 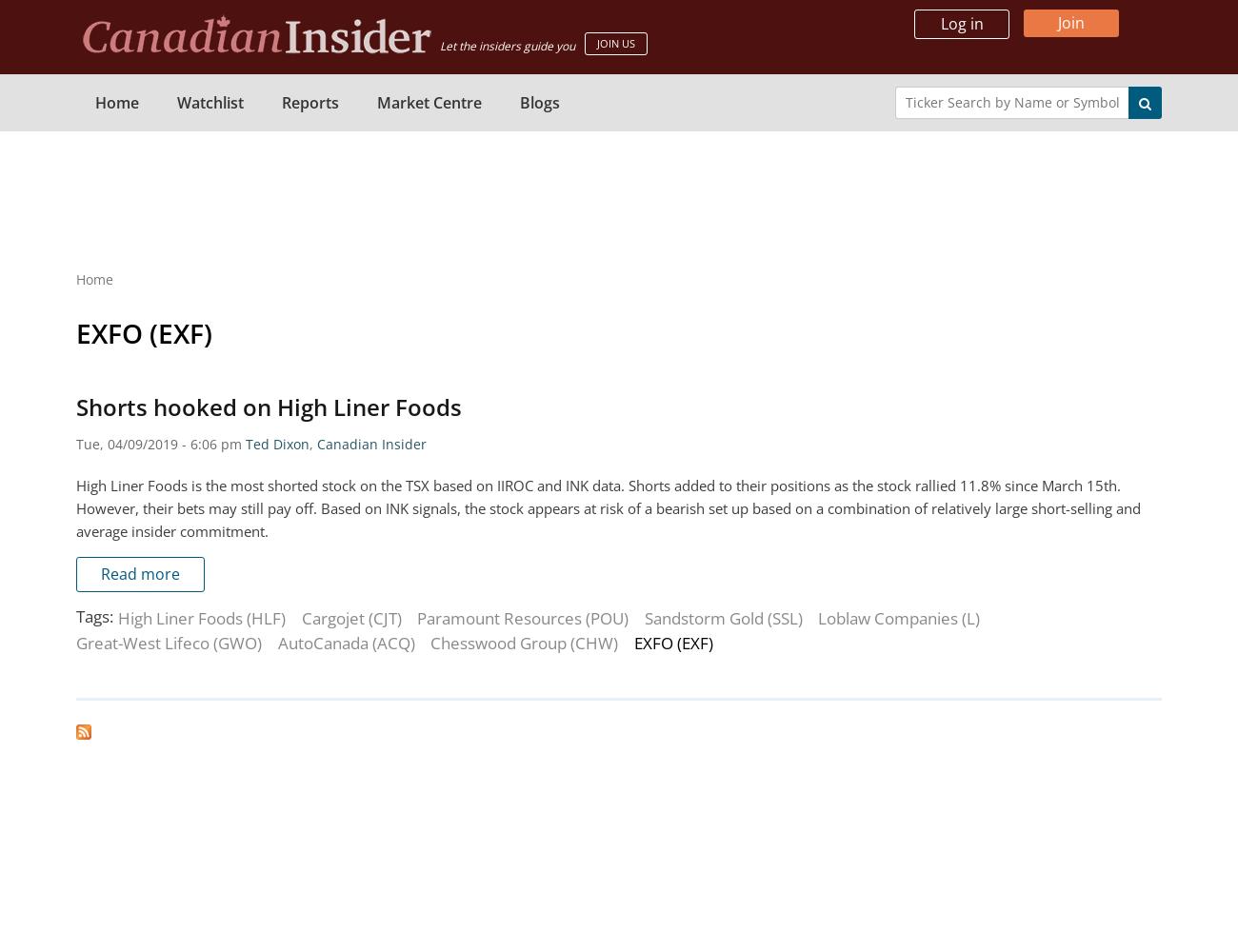 I want to click on 'High Liner Foods is the most shorted stock on the TSX based on IIROC and INK data. Shorts added to their positions as the stock rallied 11.8% since March 15th. However, their bets may still pay off. Based on INK signals, the stock appears at risk of a bearish set up based on a combination of relatively large short-selling and average insider commitment.', so click(x=75, y=507).